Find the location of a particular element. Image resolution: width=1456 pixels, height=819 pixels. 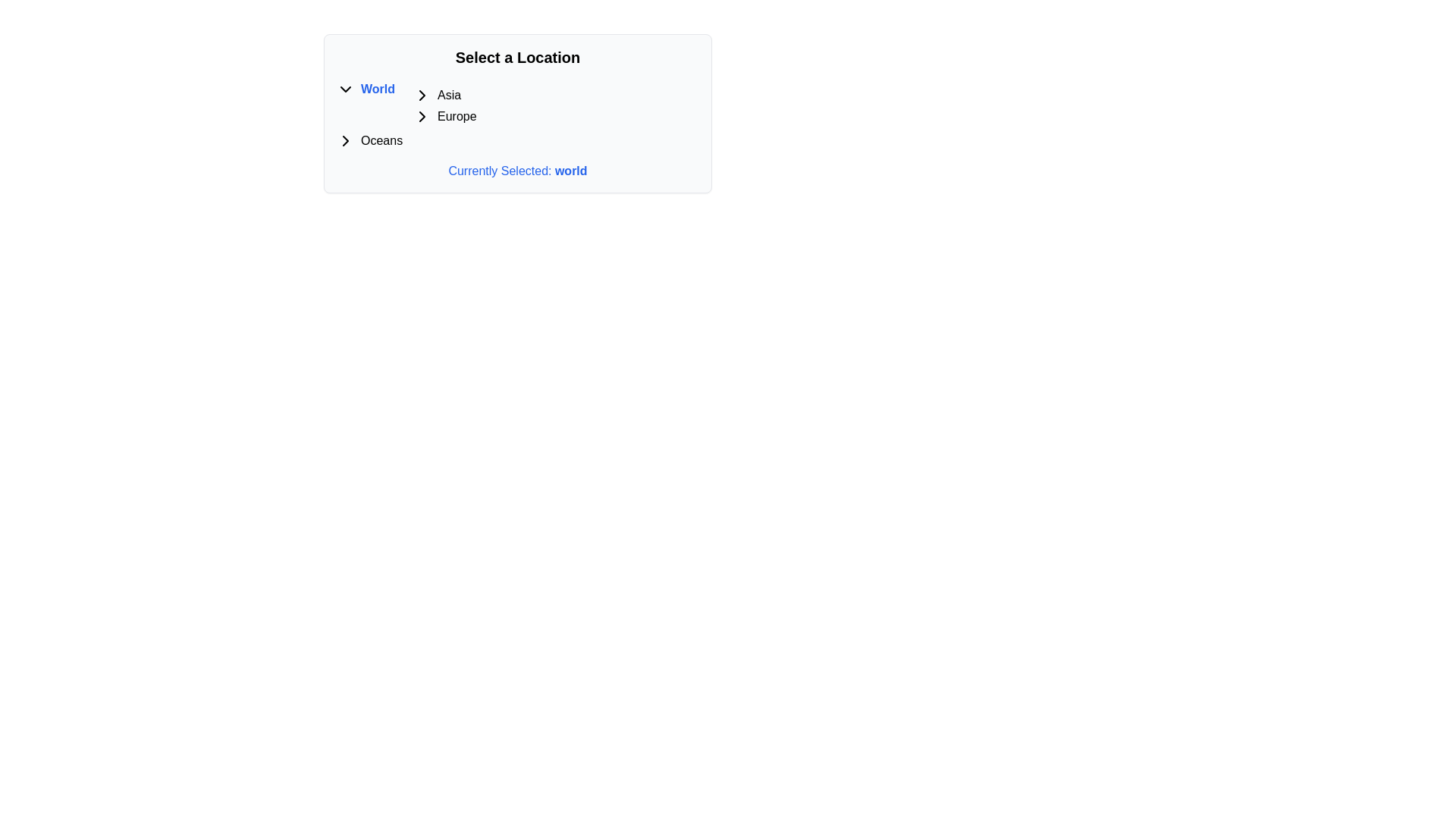

the Chevron icon associated with the 'Europe' entry to expand or reveal additional details or options is located at coordinates (422, 116).